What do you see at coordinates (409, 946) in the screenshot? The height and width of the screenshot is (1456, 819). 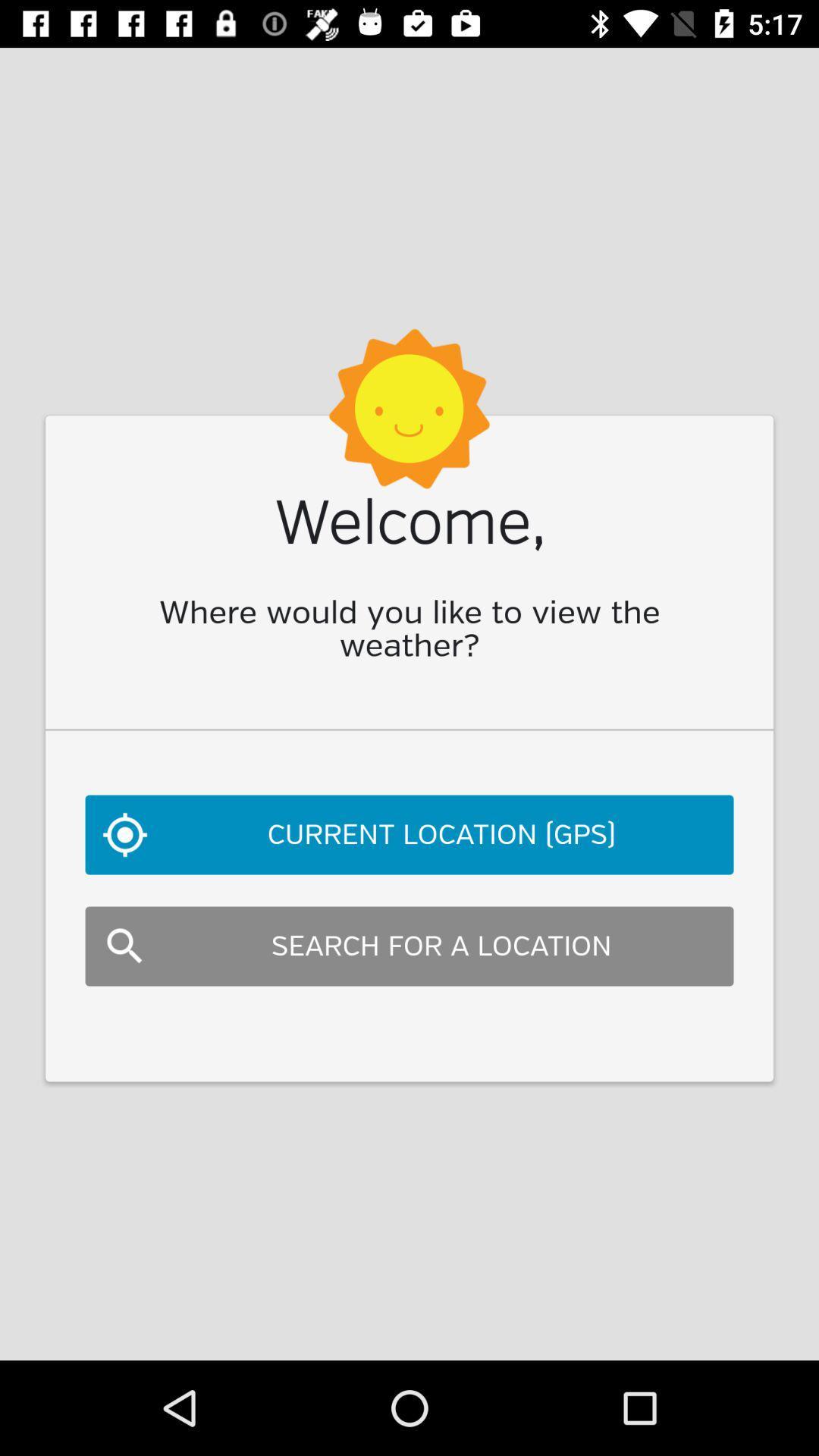 I see `the search for a` at bounding box center [409, 946].